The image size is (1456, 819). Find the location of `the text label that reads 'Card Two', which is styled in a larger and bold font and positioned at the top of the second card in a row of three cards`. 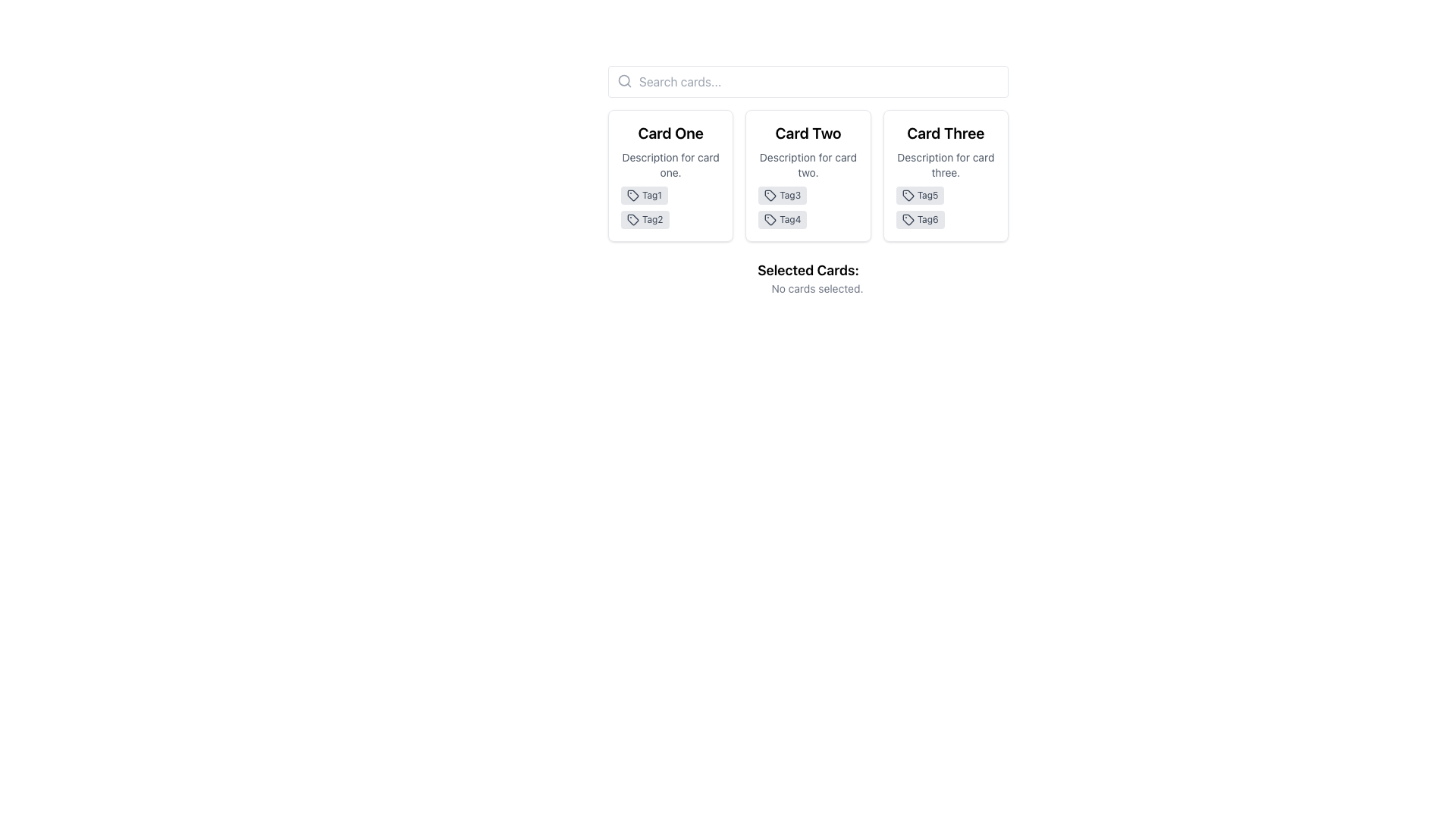

the text label that reads 'Card Two', which is styled in a larger and bold font and positioned at the top of the second card in a row of three cards is located at coordinates (807, 133).